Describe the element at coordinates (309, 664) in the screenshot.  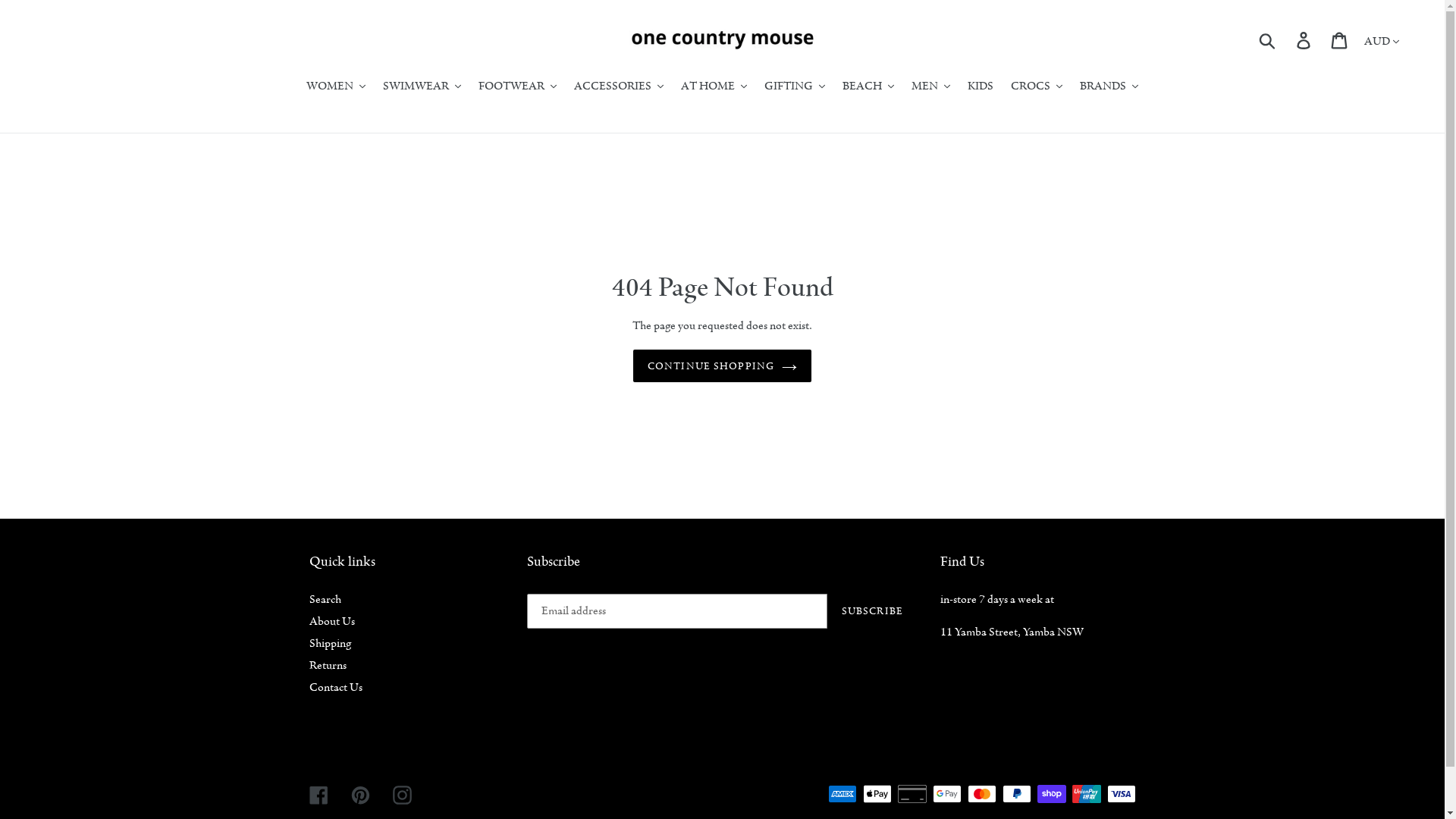
I see `'Returns'` at that location.